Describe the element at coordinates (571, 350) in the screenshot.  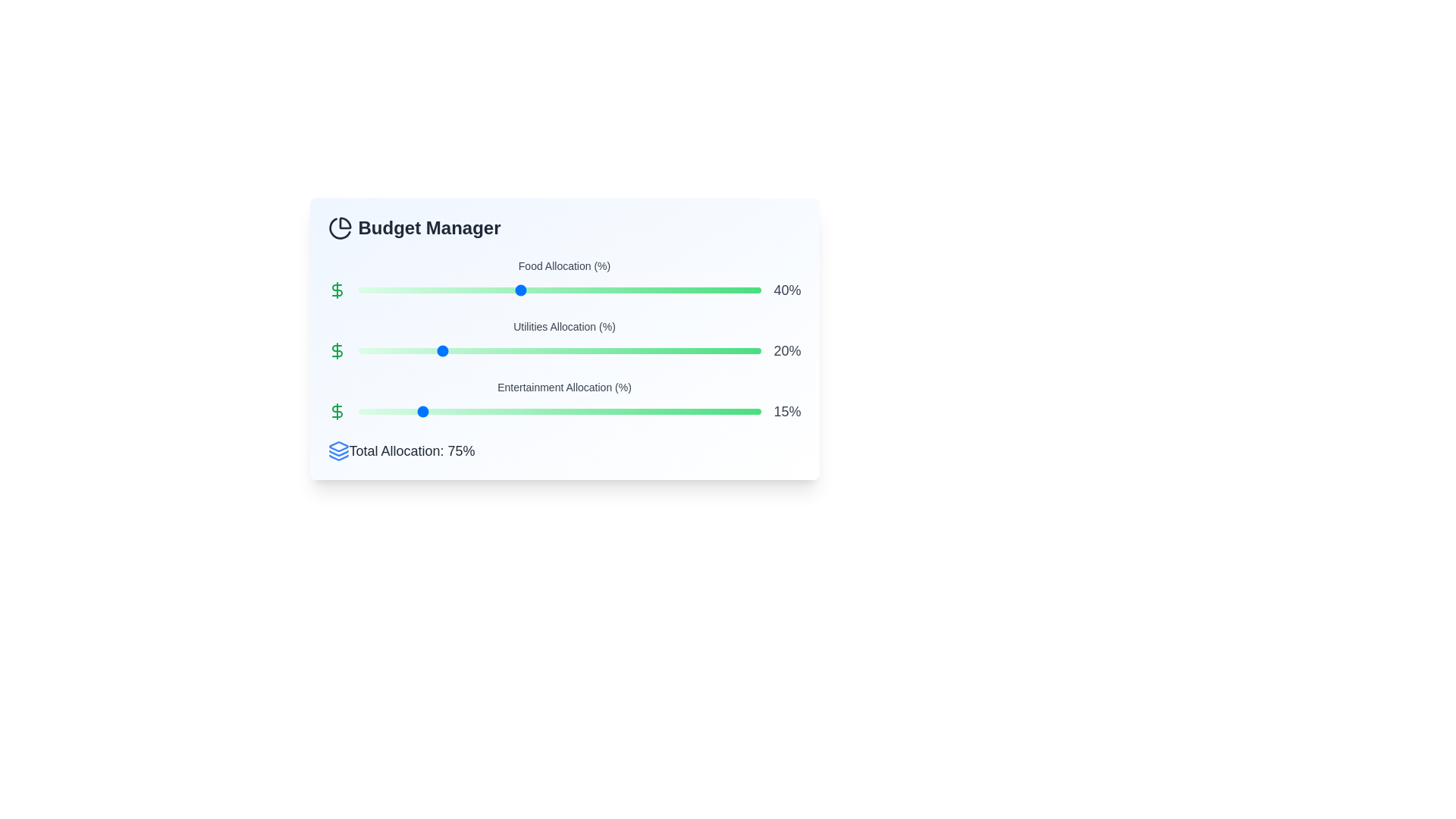
I see `the Utilities Allocation slider to 53%` at that location.